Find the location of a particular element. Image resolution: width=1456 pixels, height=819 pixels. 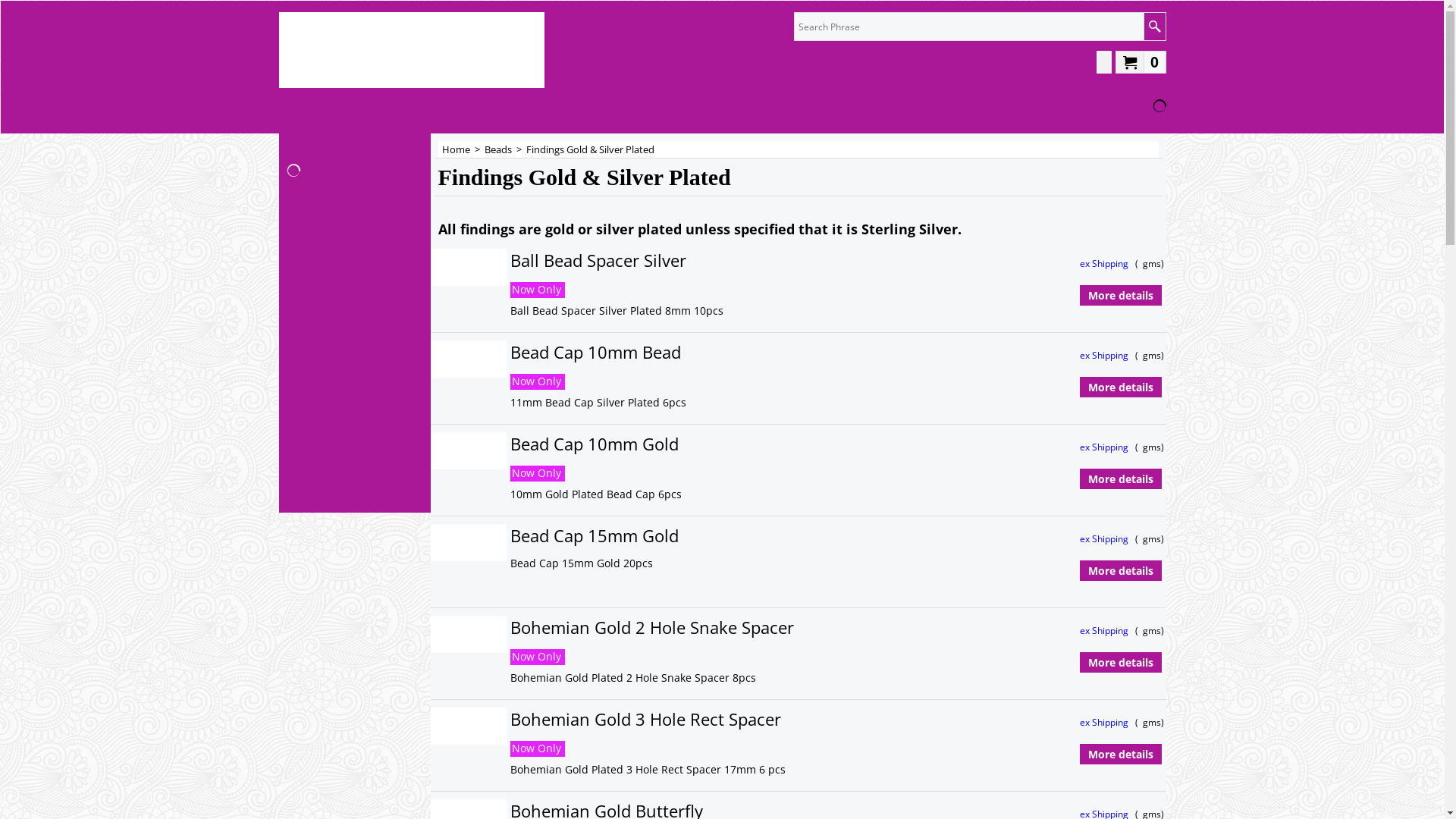

'Bead Cap 10mm Gold' is located at coordinates (510, 444).